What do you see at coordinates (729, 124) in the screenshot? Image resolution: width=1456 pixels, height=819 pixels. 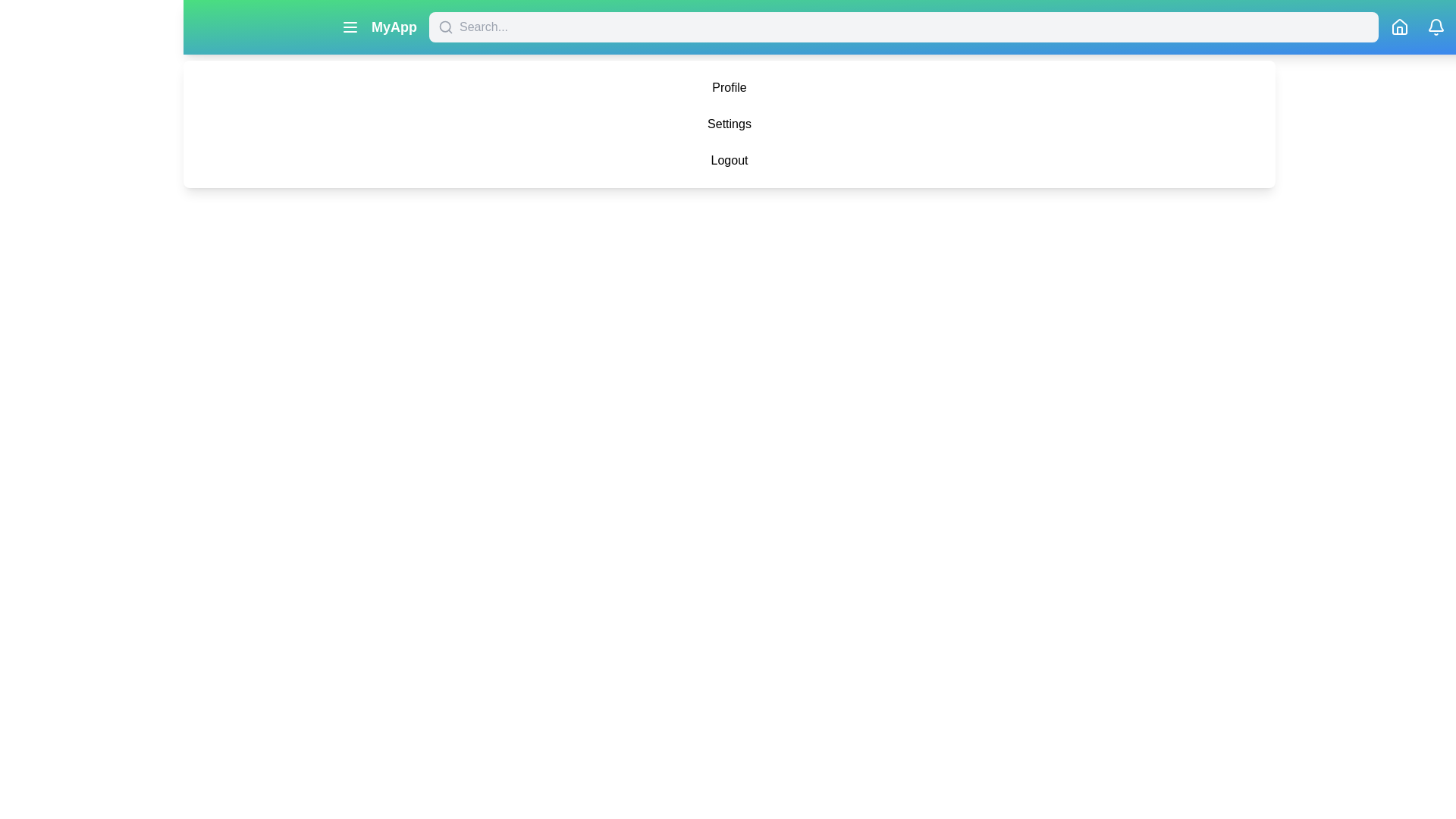 I see `the 'Settings' menu item in the navigation menu` at bounding box center [729, 124].